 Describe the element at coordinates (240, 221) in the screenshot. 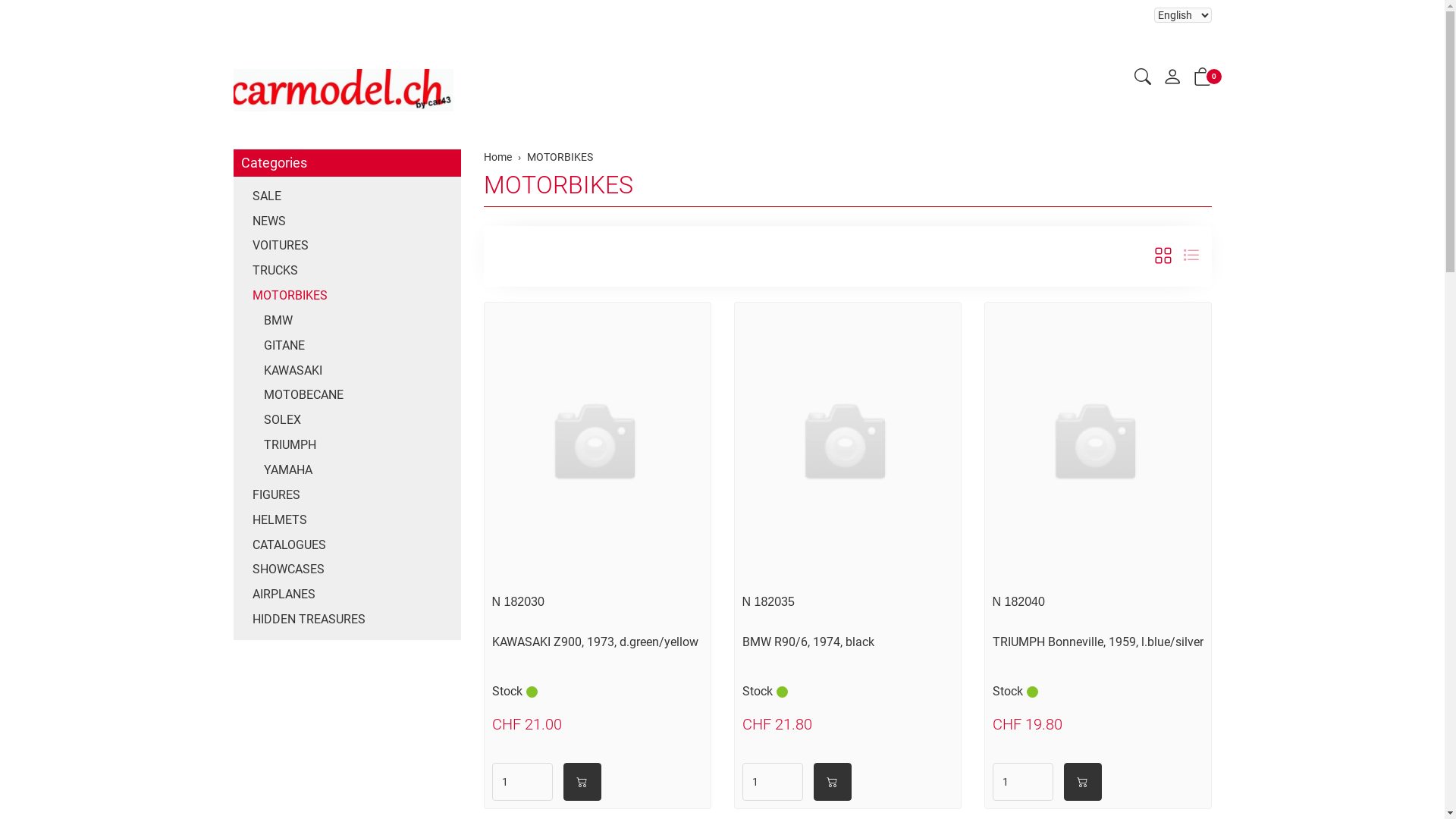

I see `'NEWS'` at that location.